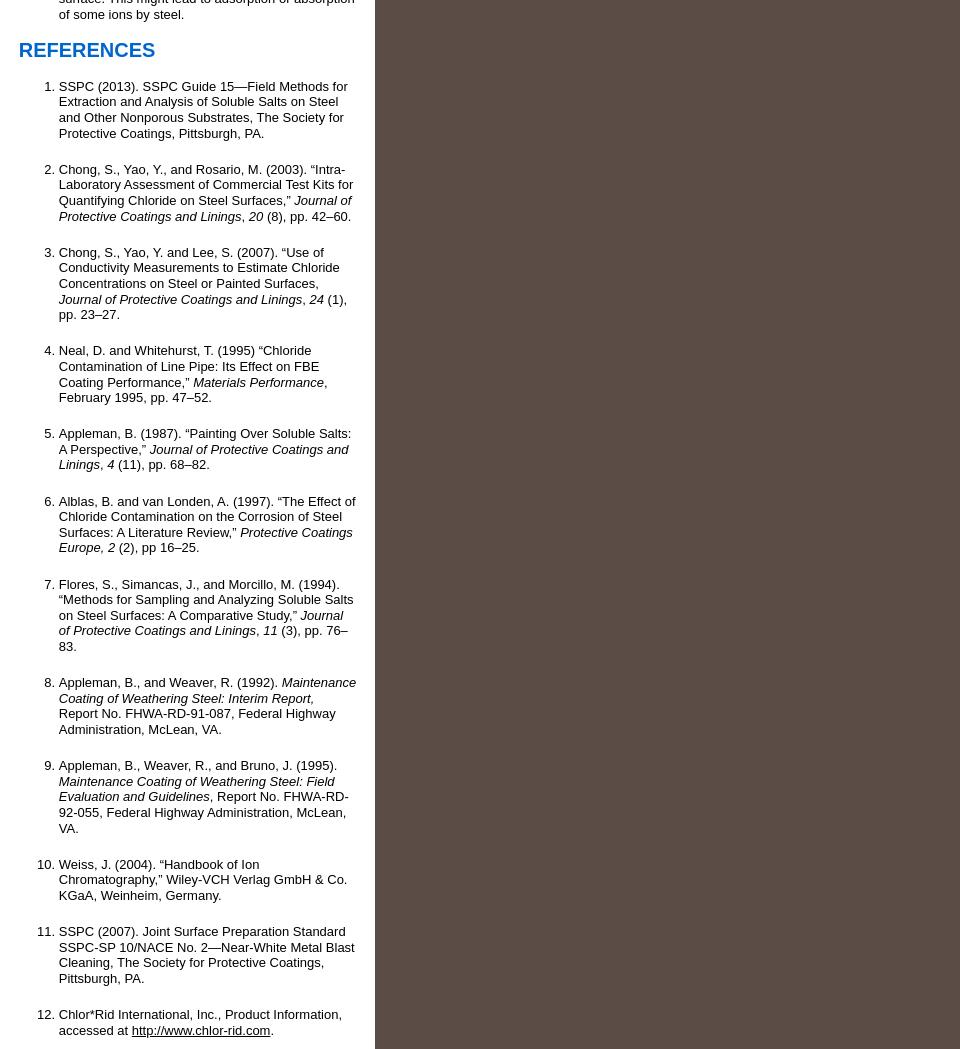 The image size is (960, 1049). Describe the element at coordinates (56, 764) in the screenshot. I see `'Appleman, B., Weaver, R., and Bruno, J.  (1995).'` at that location.